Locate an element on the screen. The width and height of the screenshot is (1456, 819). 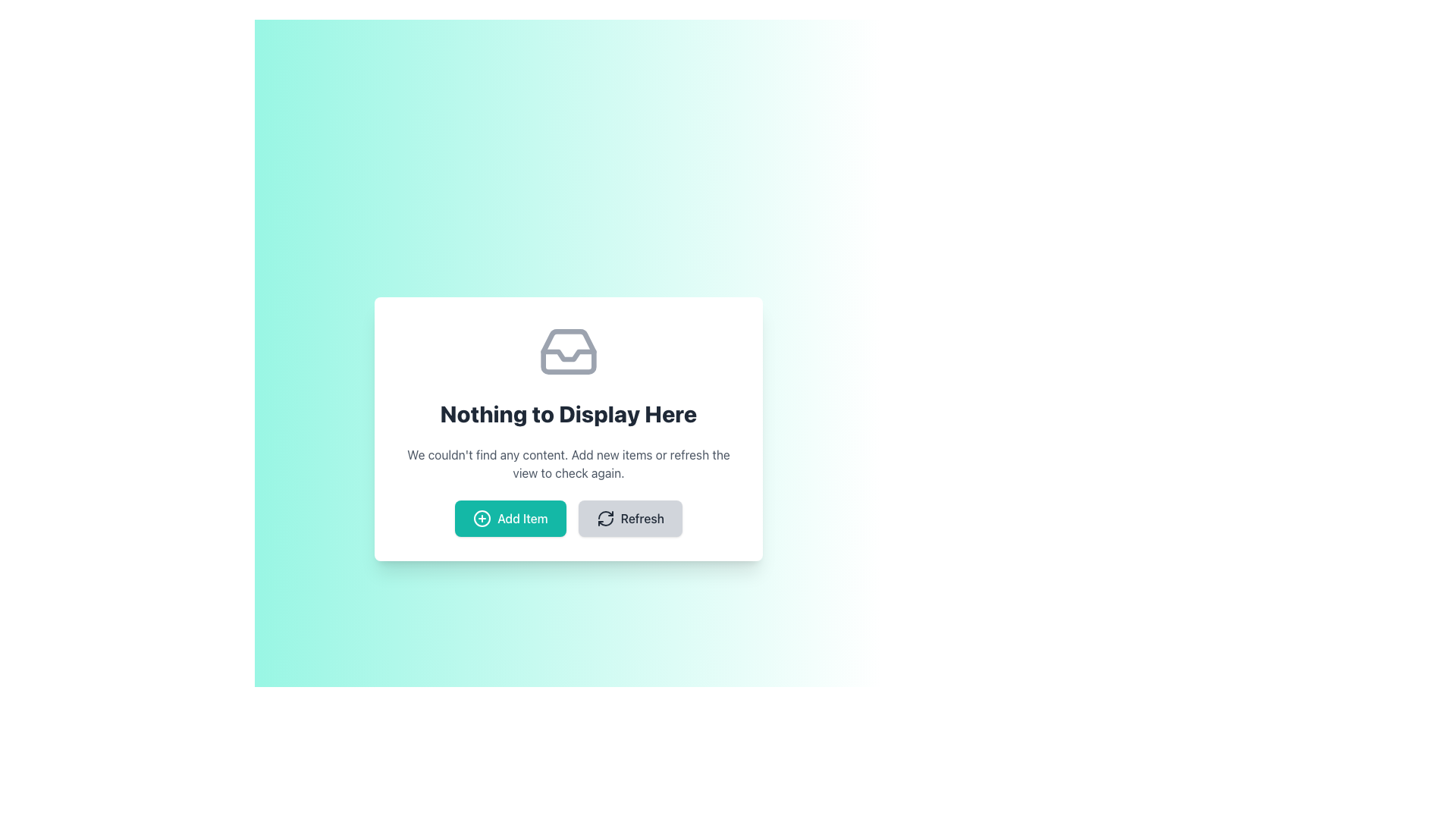
the refresh icon located within the 'Refresh' button to reload or update content is located at coordinates (604, 517).